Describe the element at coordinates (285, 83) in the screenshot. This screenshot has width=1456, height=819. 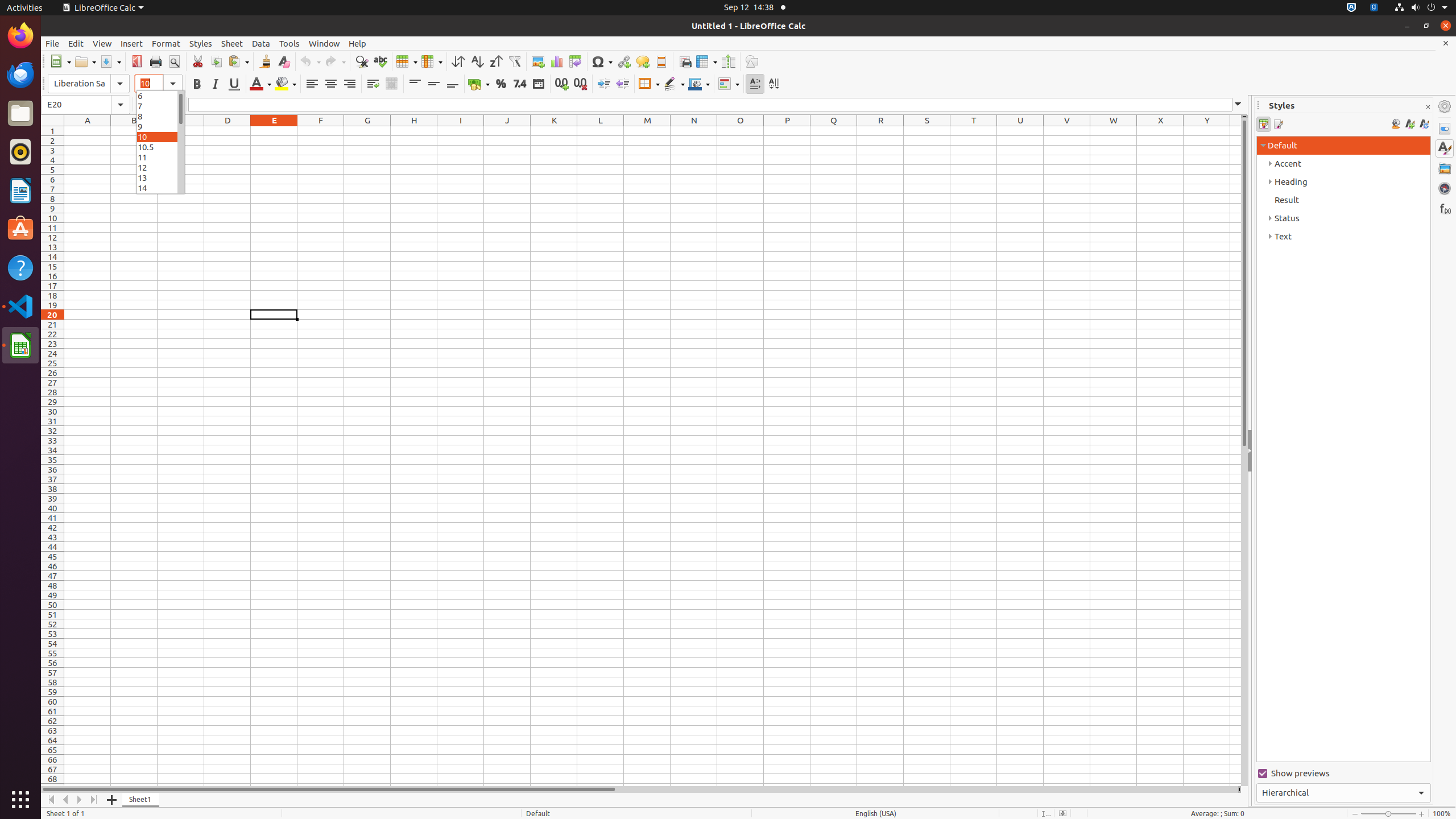
I see `'Background Color'` at that location.